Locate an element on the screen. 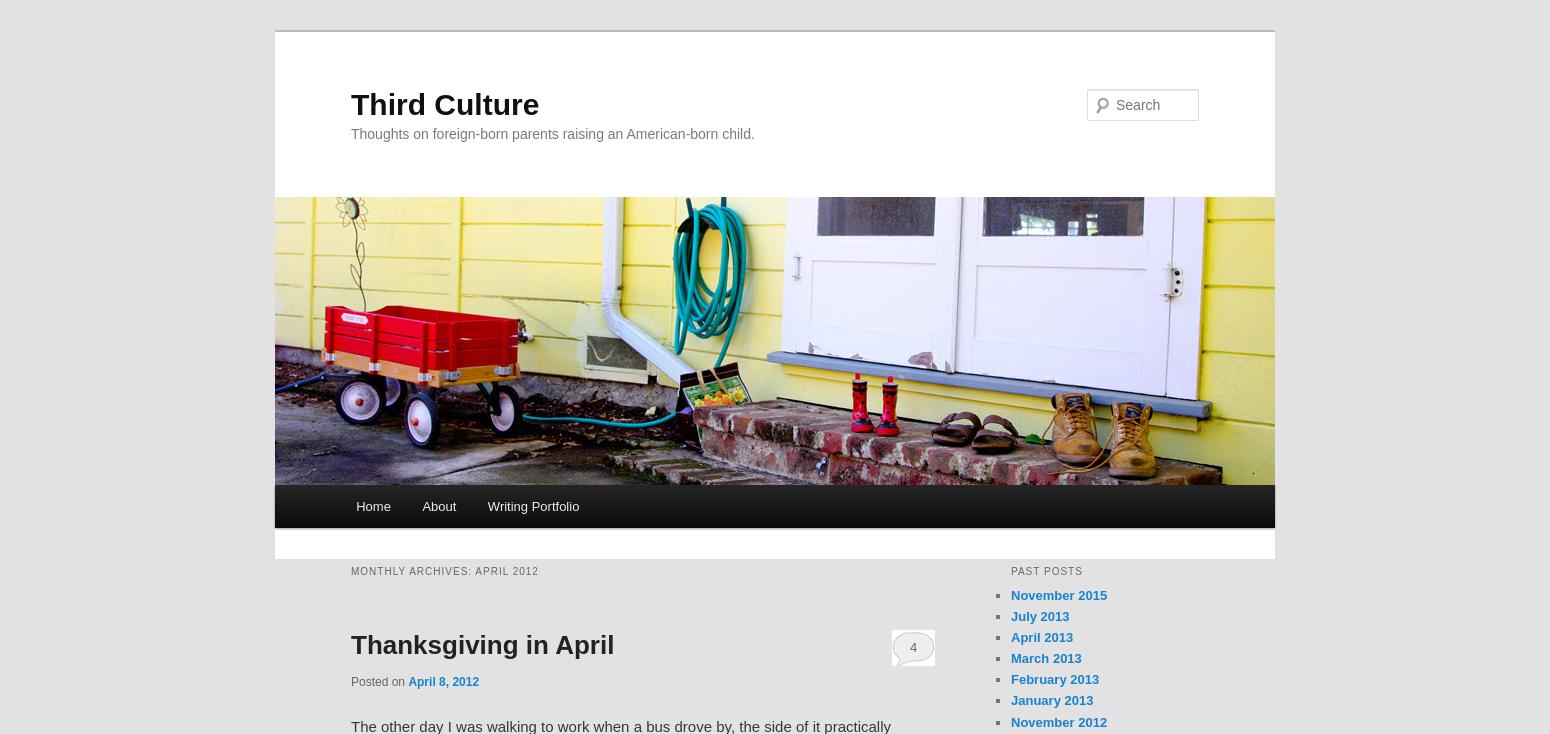 This screenshot has width=1550, height=734. 'November 2012' is located at coordinates (1058, 721).